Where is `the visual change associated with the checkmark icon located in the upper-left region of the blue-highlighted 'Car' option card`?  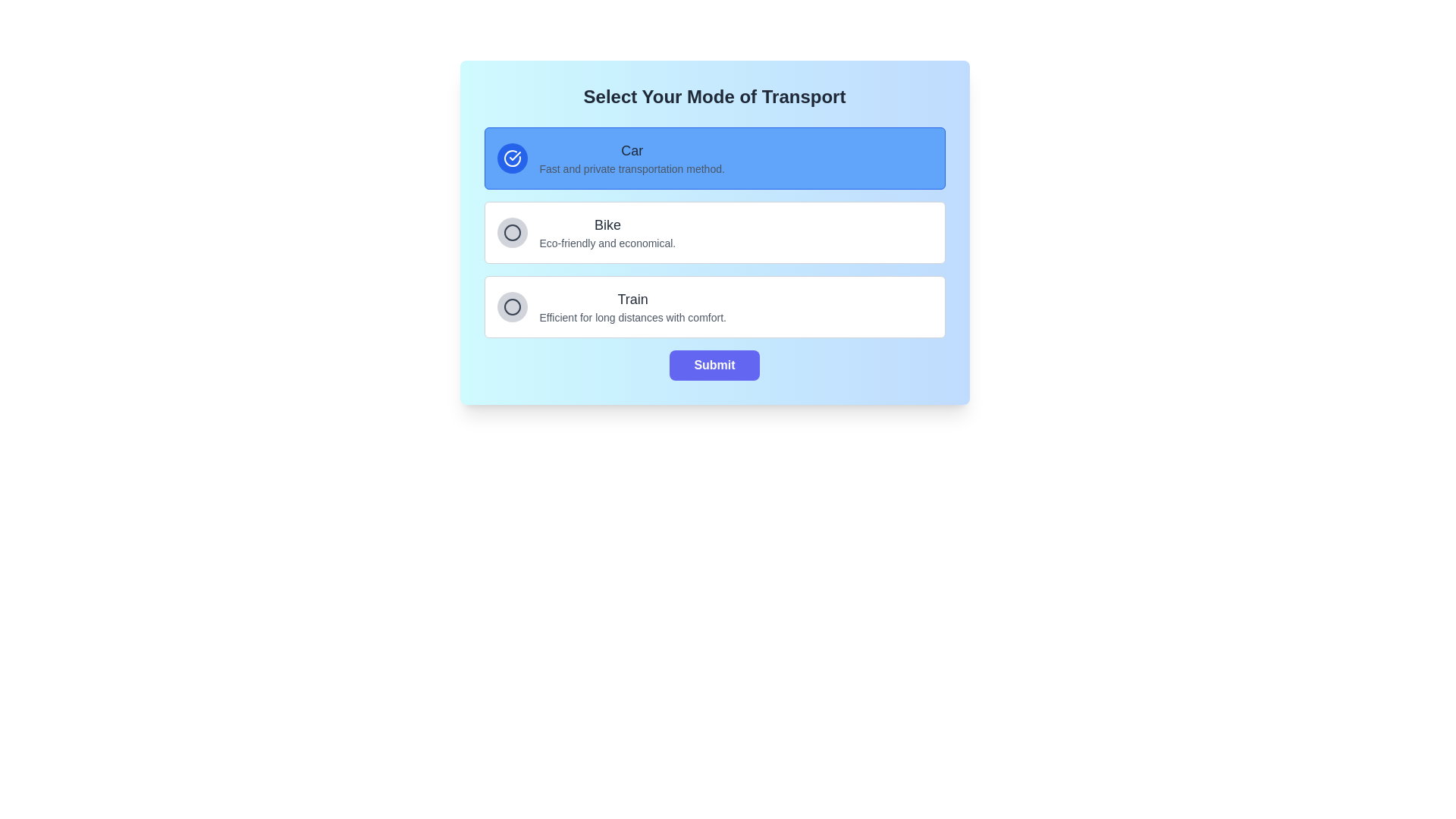
the visual change associated with the checkmark icon located in the upper-left region of the blue-highlighted 'Car' option card is located at coordinates (512, 158).